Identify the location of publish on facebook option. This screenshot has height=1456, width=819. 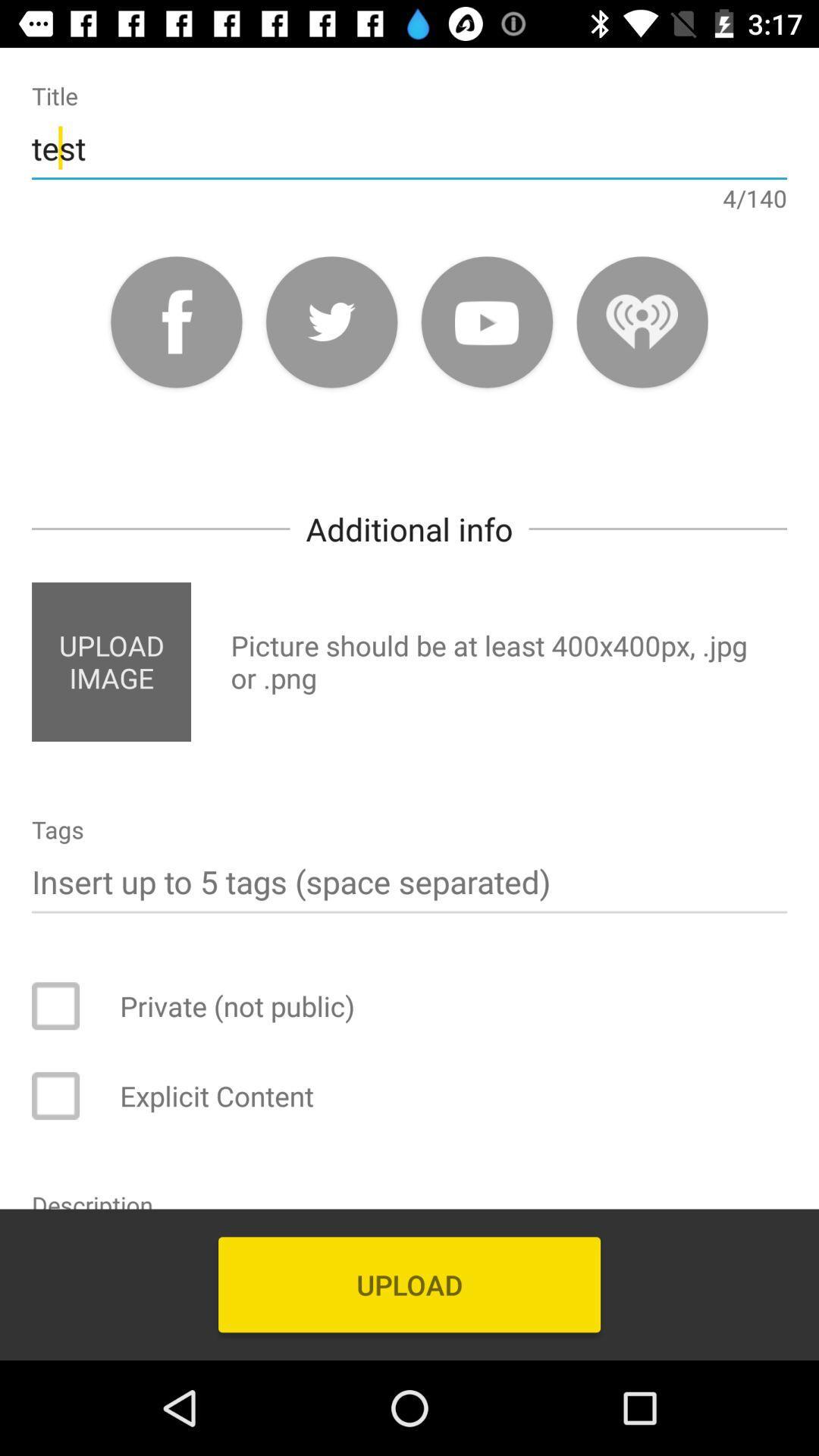
(175, 321).